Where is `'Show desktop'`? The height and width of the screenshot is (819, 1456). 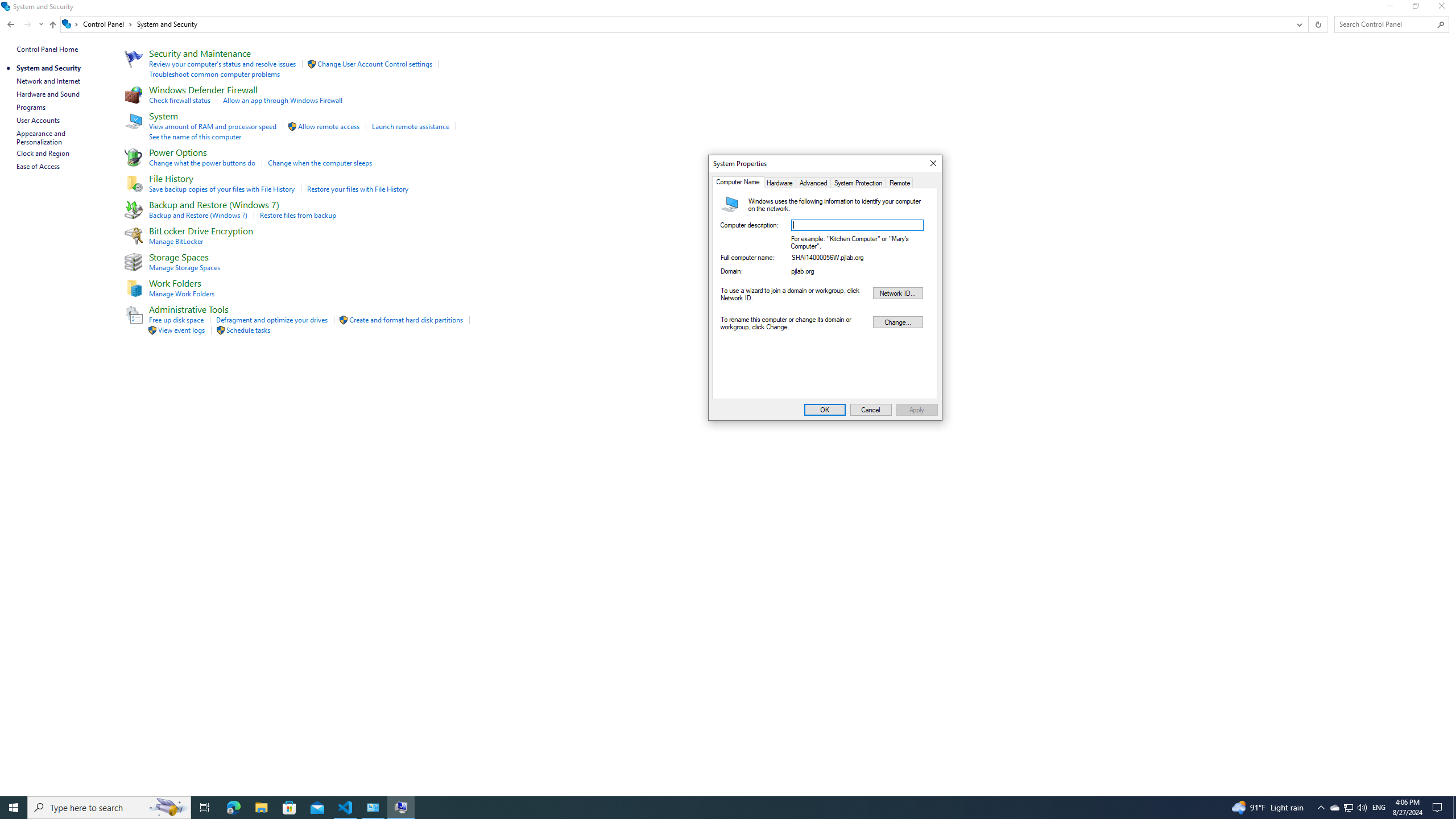 'Show desktop' is located at coordinates (1454, 806).